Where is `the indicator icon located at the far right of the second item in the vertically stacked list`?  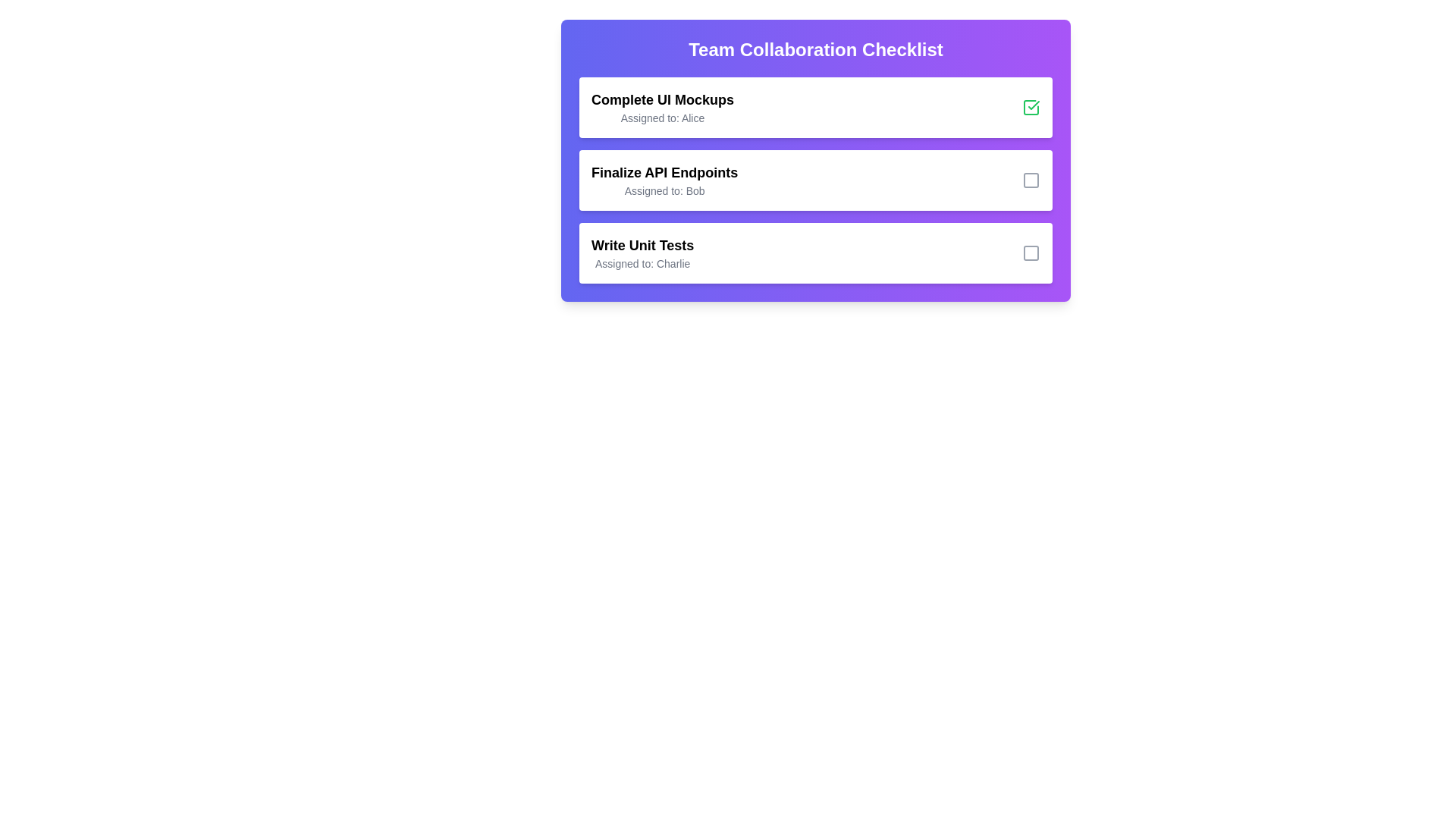 the indicator icon located at the far right of the second item in the vertically stacked list is located at coordinates (1031, 180).